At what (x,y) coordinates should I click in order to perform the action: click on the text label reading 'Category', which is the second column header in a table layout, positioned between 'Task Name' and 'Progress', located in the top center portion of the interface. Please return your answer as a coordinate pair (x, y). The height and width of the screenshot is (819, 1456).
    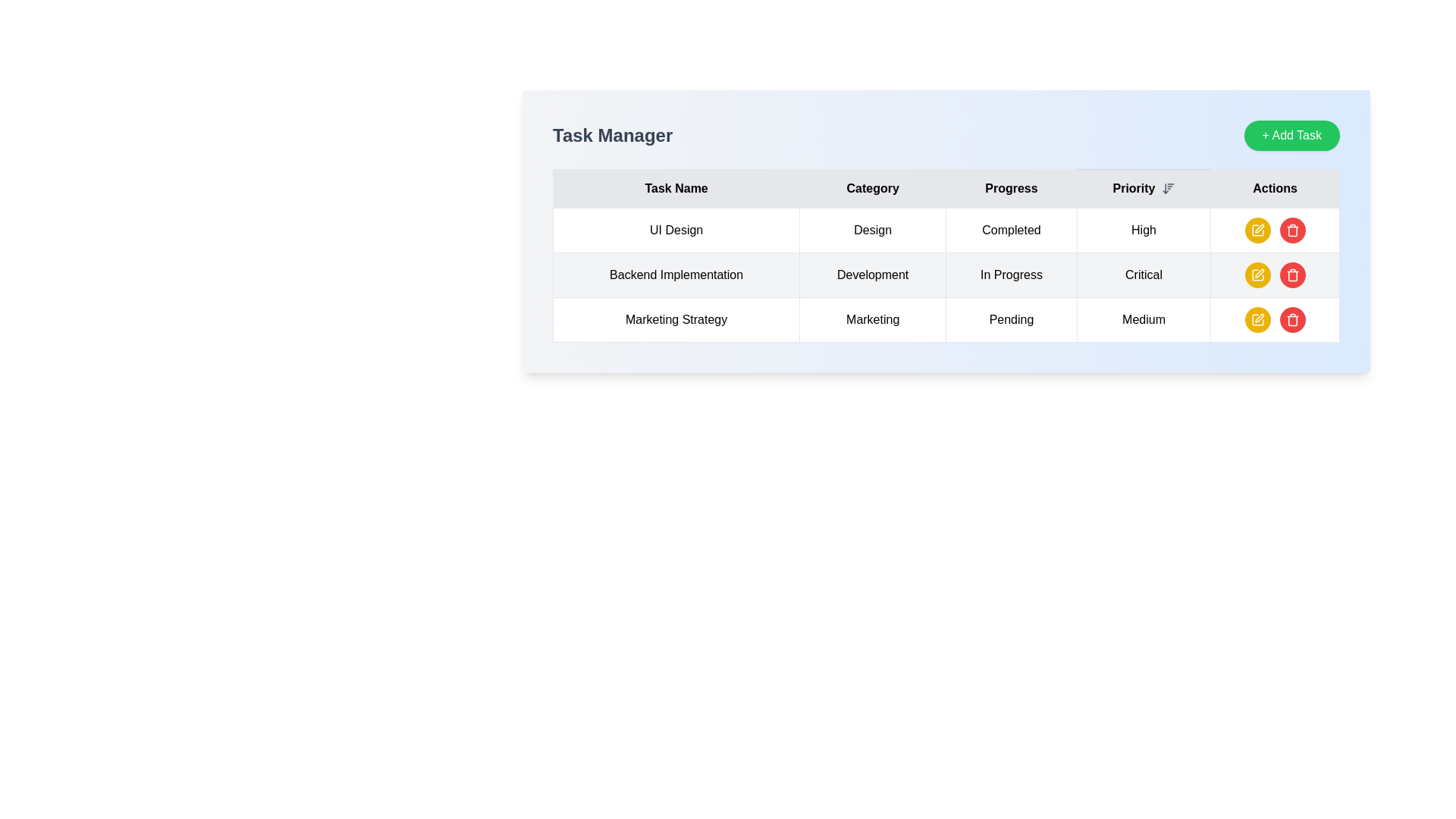
    Looking at the image, I should click on (873, 188).